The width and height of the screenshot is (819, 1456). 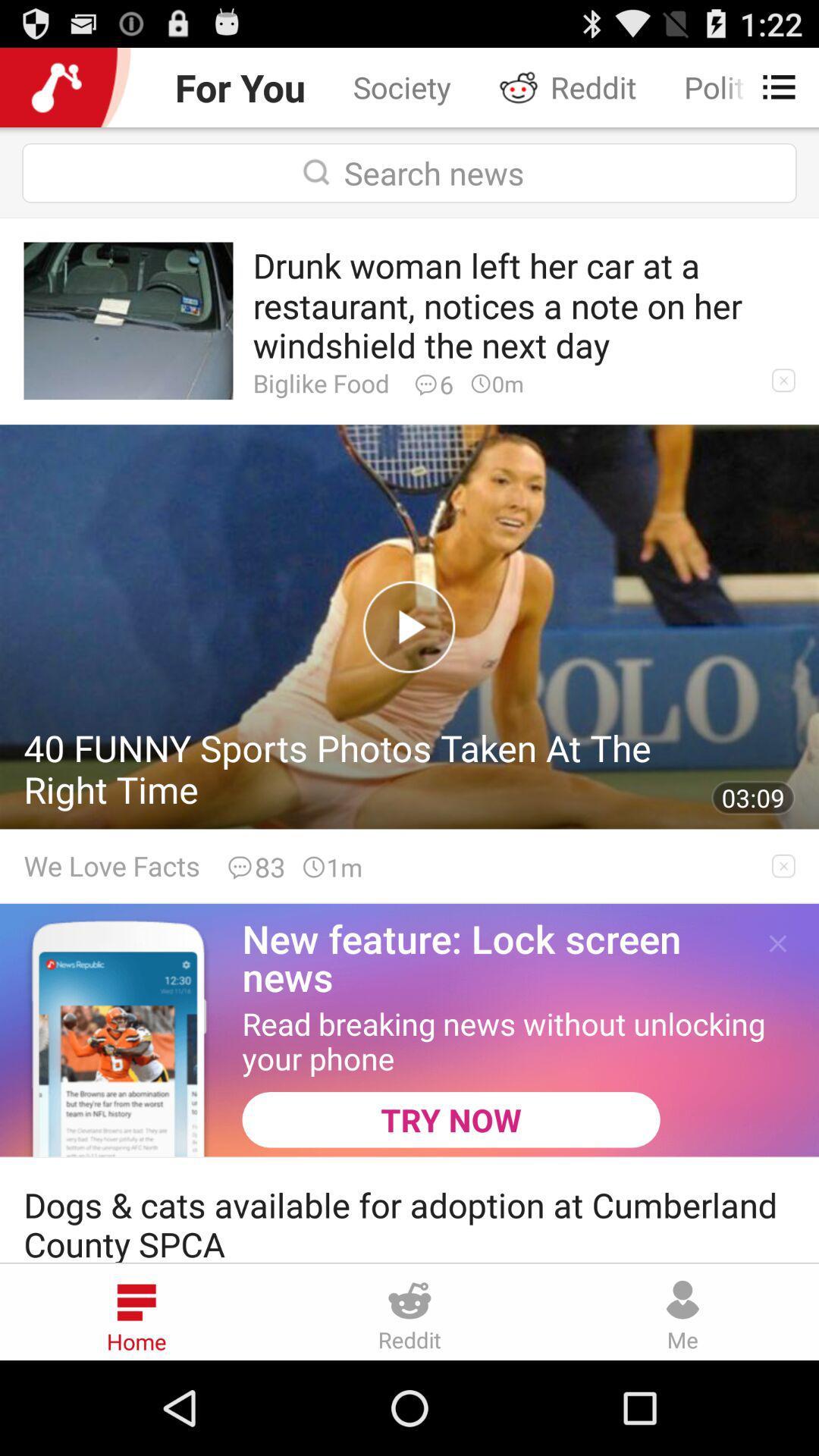 What do you see at coordinates (450, 1119) in the screenshot?
I see `the app below the read breaking news item` at bounding box center [450, 1119].